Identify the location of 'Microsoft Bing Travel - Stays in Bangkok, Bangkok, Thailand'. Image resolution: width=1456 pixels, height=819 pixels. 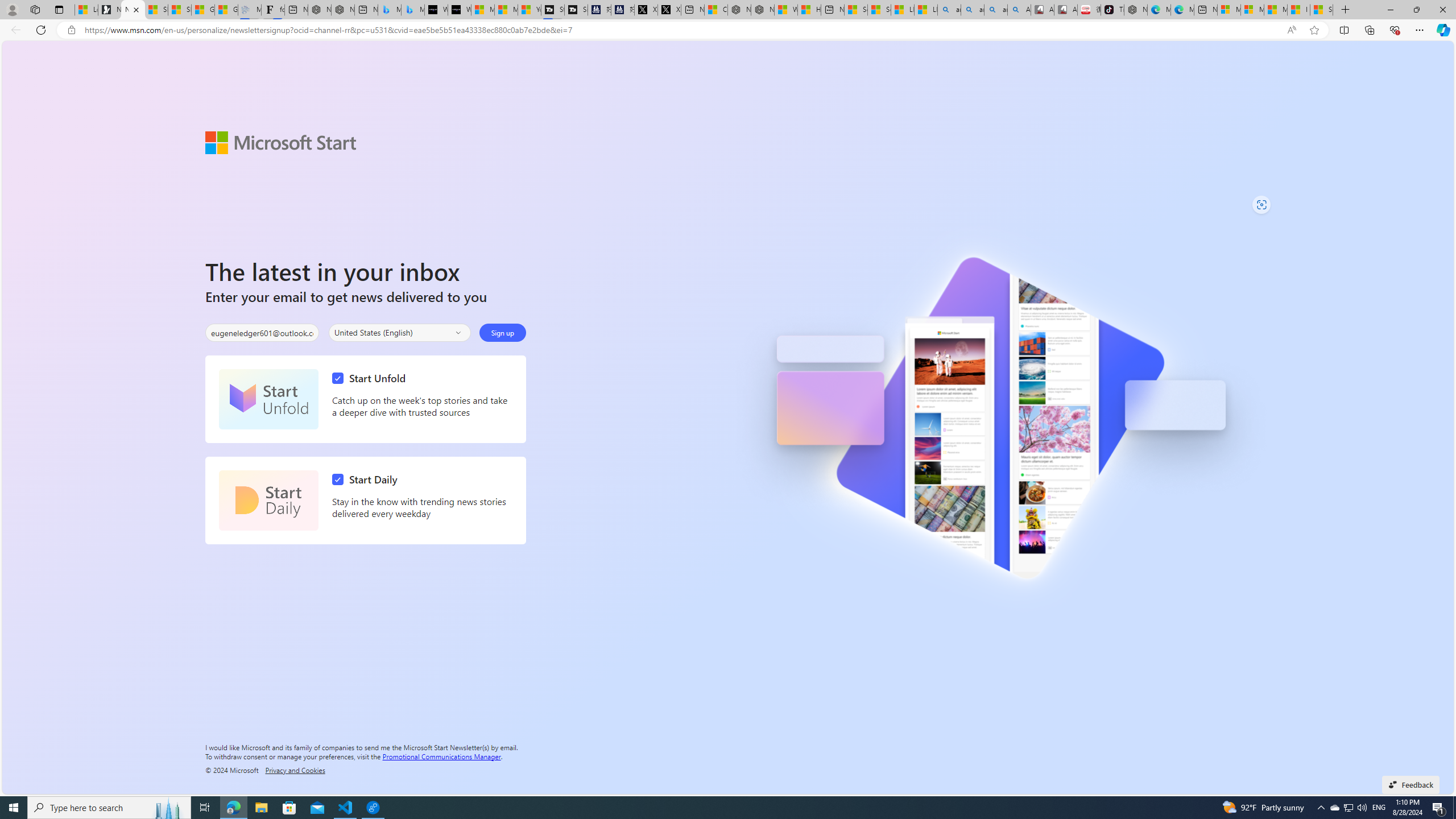
(389, 9).